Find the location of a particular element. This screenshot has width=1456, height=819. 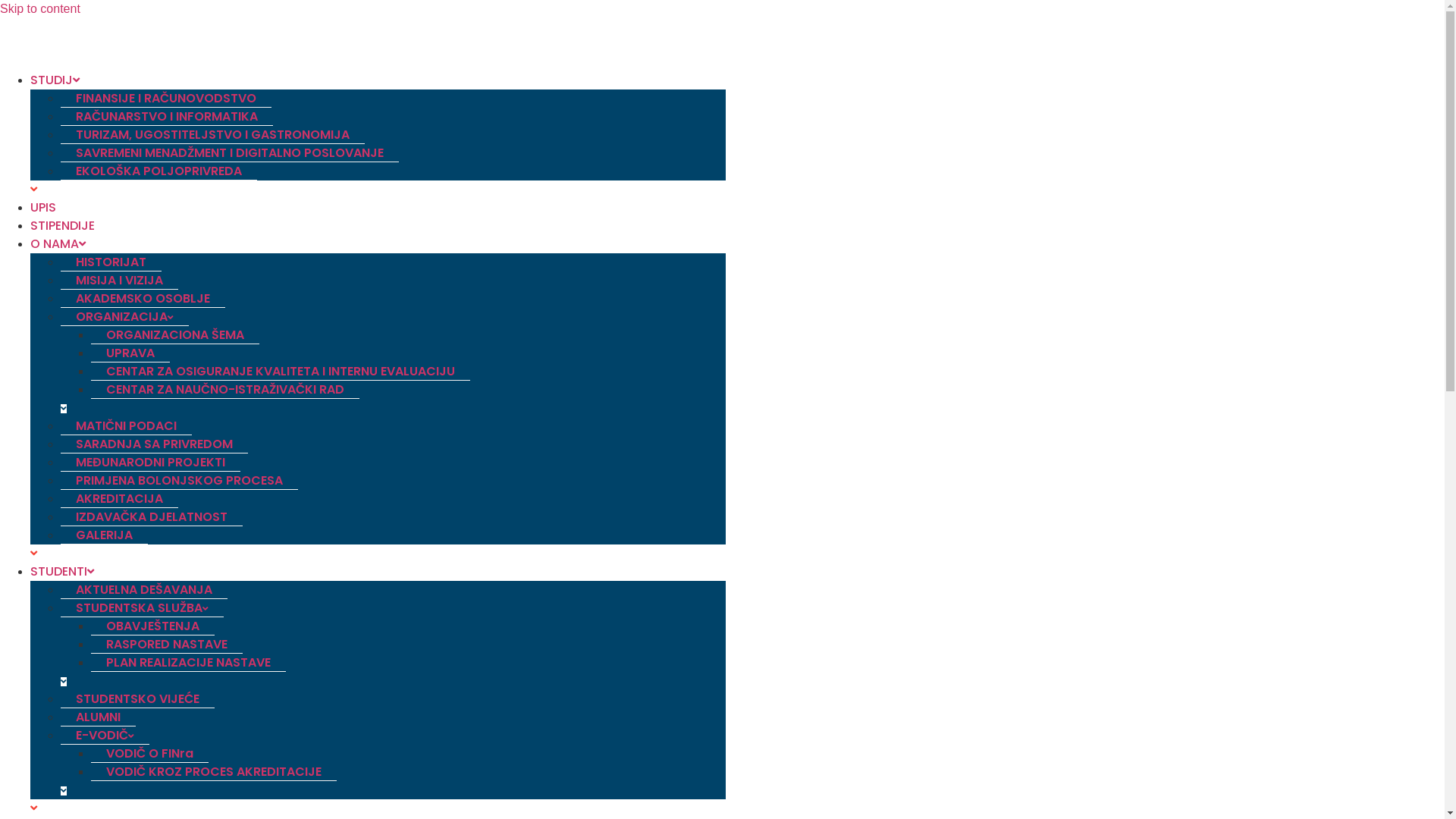

'UPRAVA' is located at coordinates (130, 353).